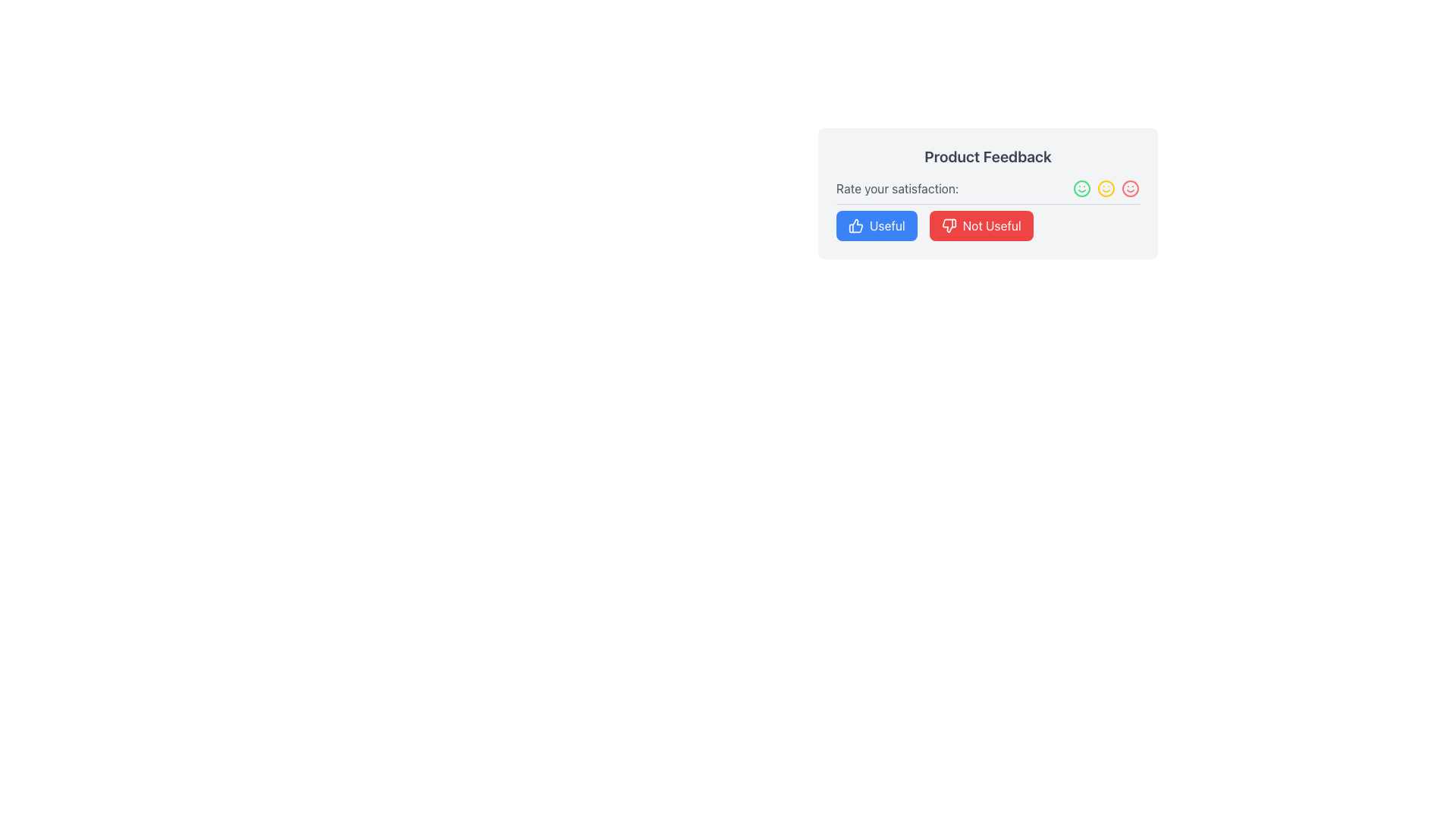 The width and height of the screenshot is (1456, 819). I want to click on the emotive icons in the Rating prompt for context, located below the 'Product Feedback' header and above the 'Useful' and 'Not Useful' buttons, so click(987, 210).